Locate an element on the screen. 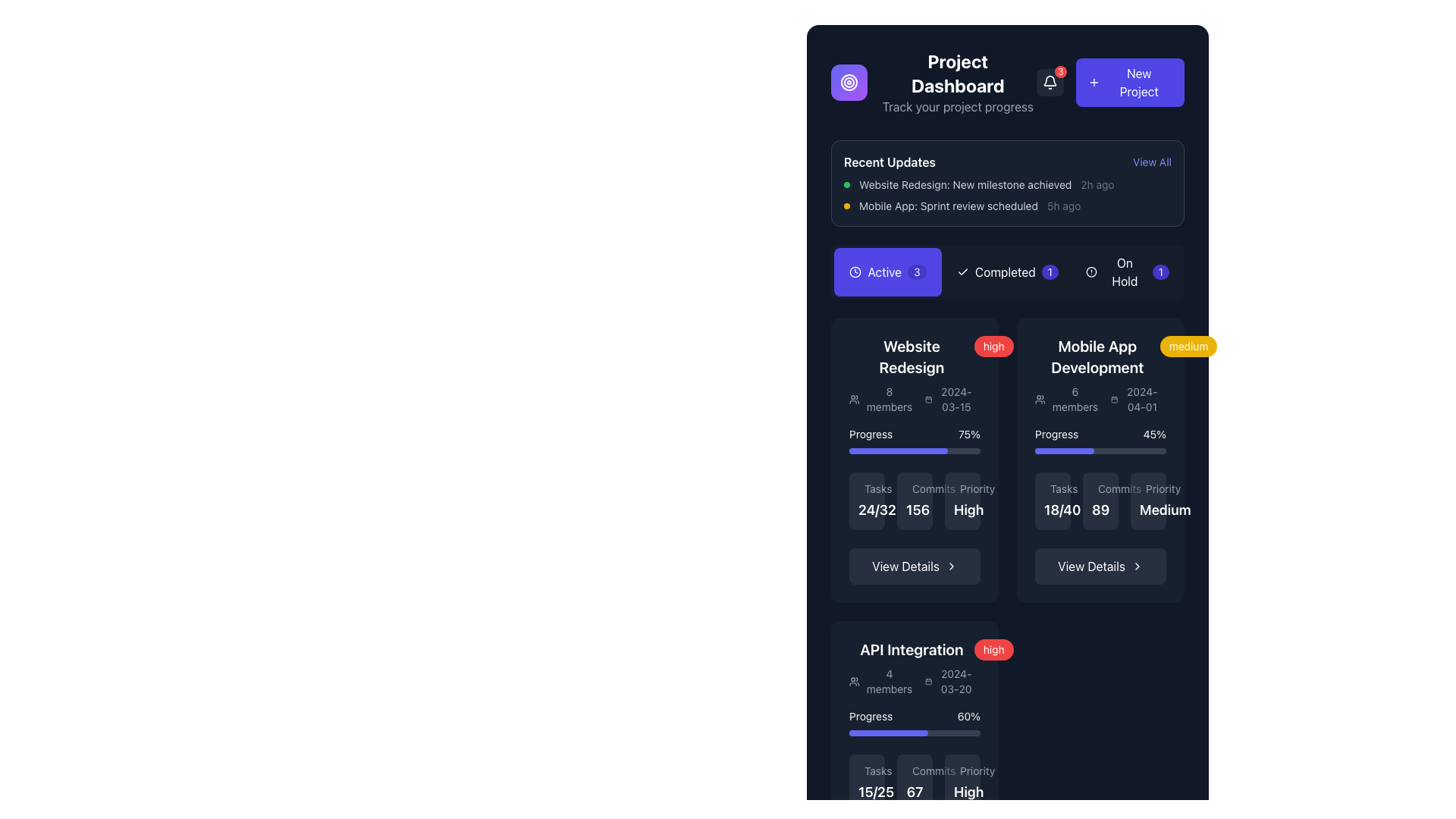 This screenshot has height=819, width=1456. the filled segment of the progress bar indicating 45% completion for the 'Mobile App Development' task is located at coordinates (1063, 450).